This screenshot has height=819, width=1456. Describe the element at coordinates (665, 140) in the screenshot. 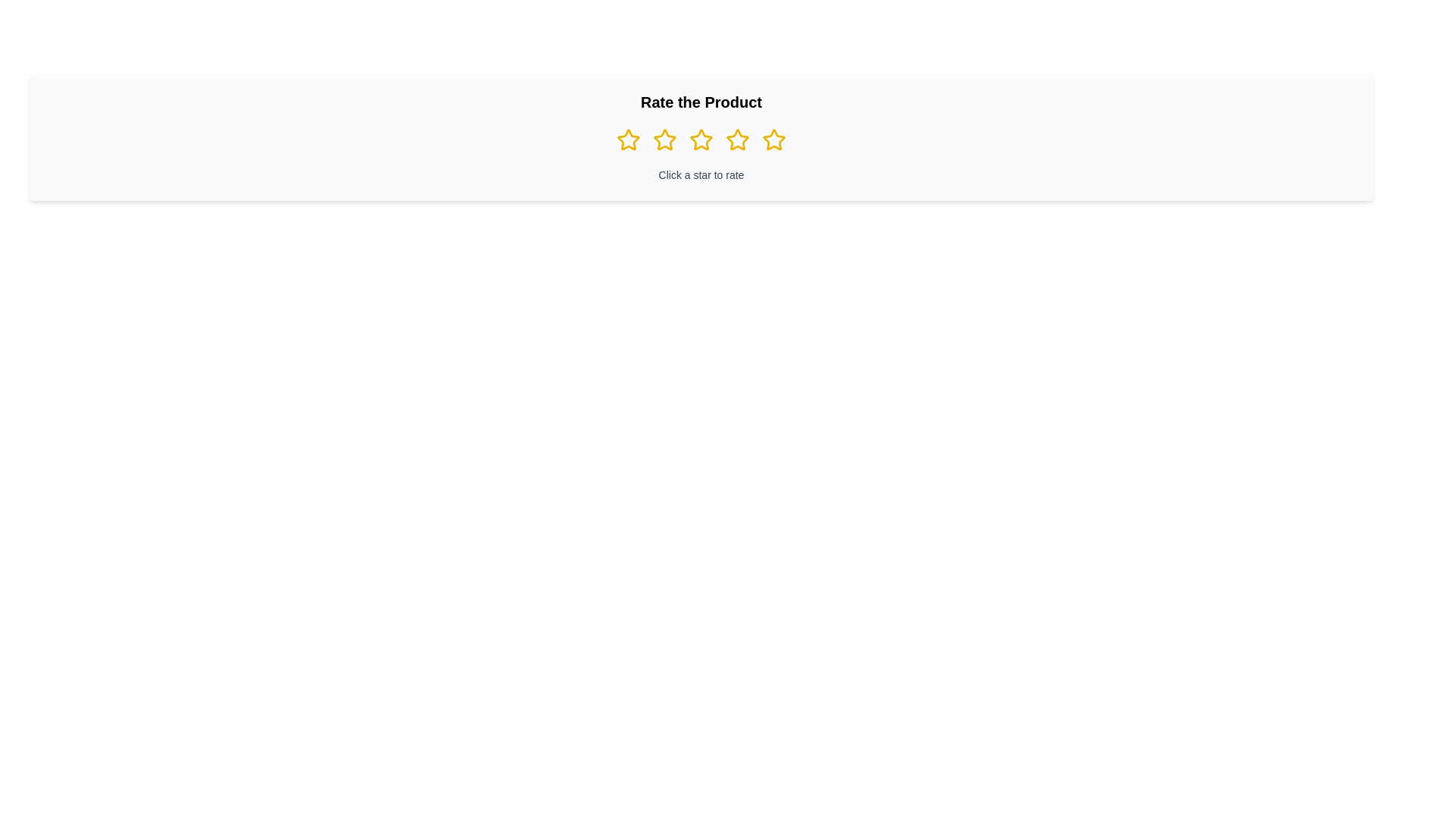

I see `the second yellow star icon in the rating component` at that location.